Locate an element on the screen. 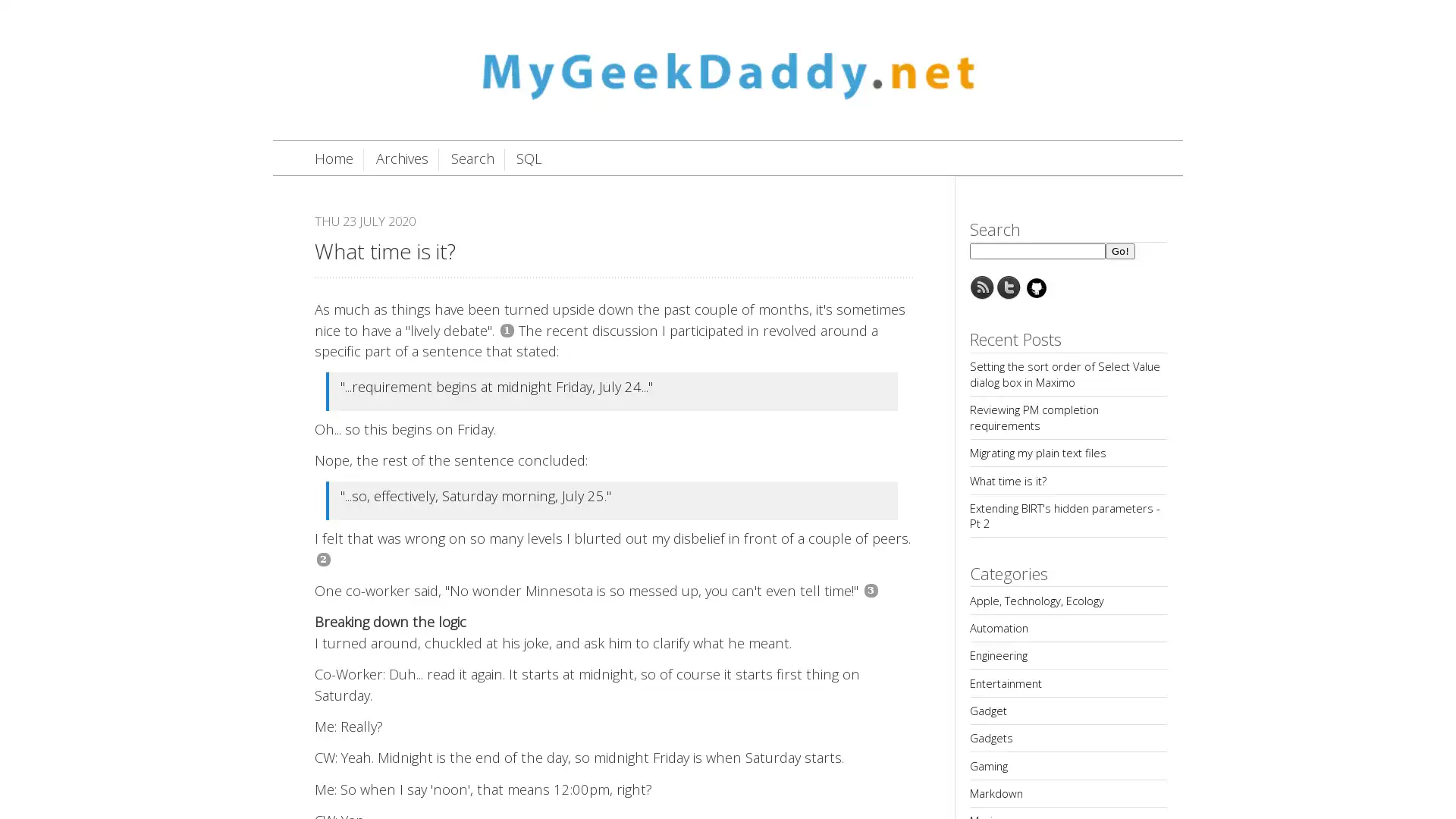 The image size is (1456, 819). 3 is located at coordinates (871, 590).